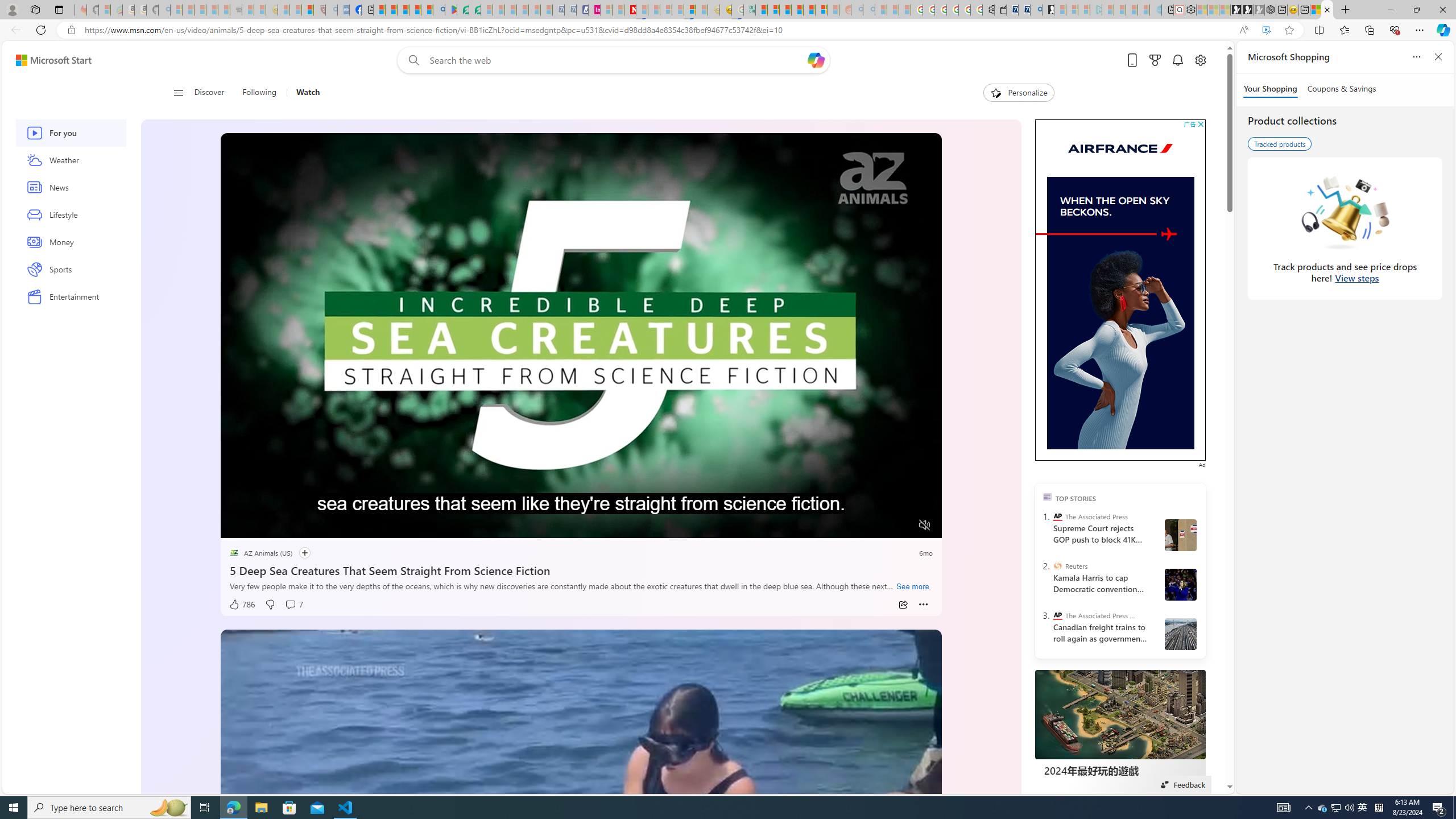 The width and height of the screenshot is (1456, 819). What do you see at coordinates (1155, 60) in the screenshot?
I see `'Microsoft rewards'` at bounding box center [1155, 60].